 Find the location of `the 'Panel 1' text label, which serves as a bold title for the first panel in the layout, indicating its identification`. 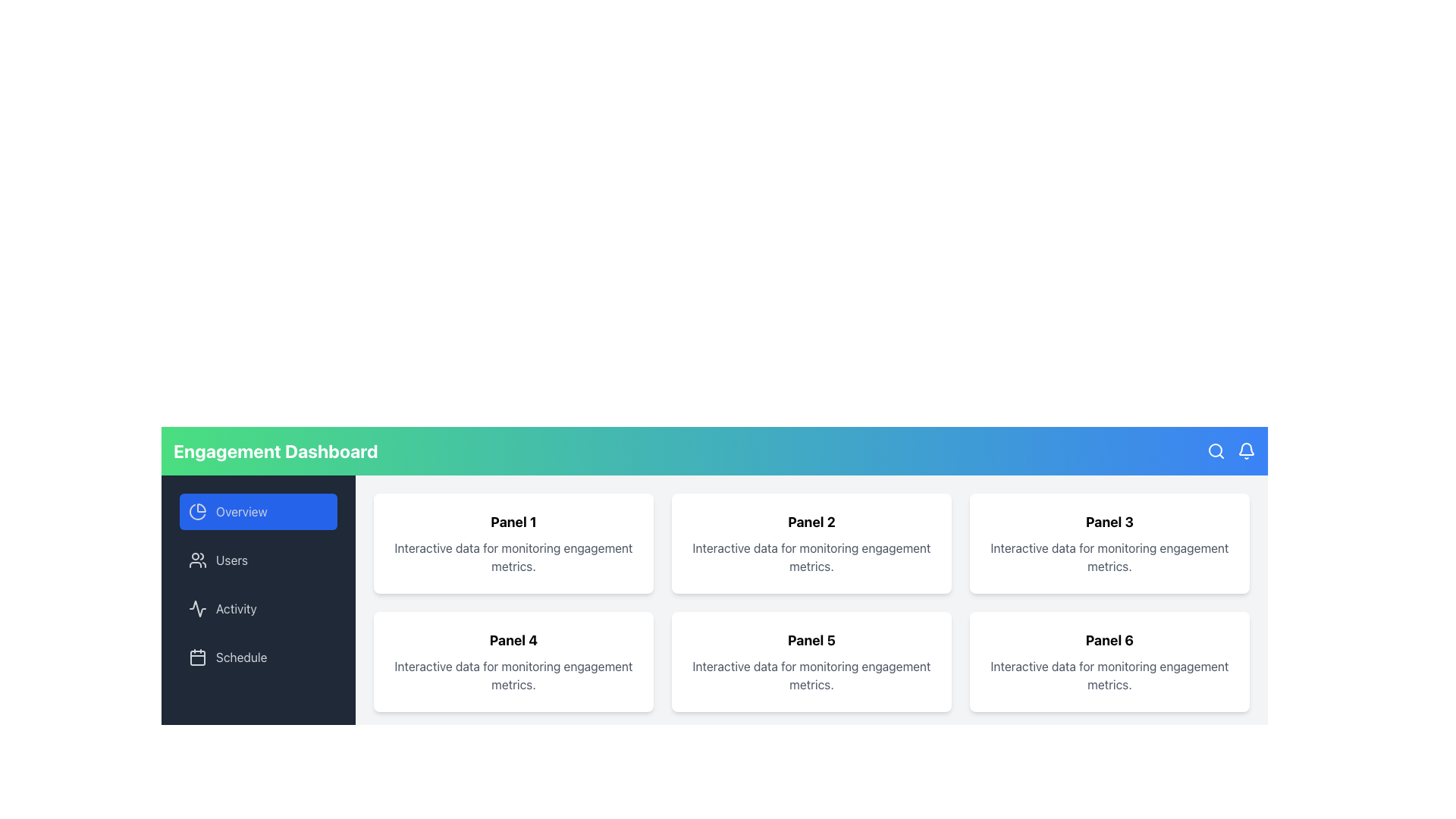

the 'Panel 1' text label, which serves as a bold title for the first panel in the layout, indicating its identification is located at coordinates (513, 522).